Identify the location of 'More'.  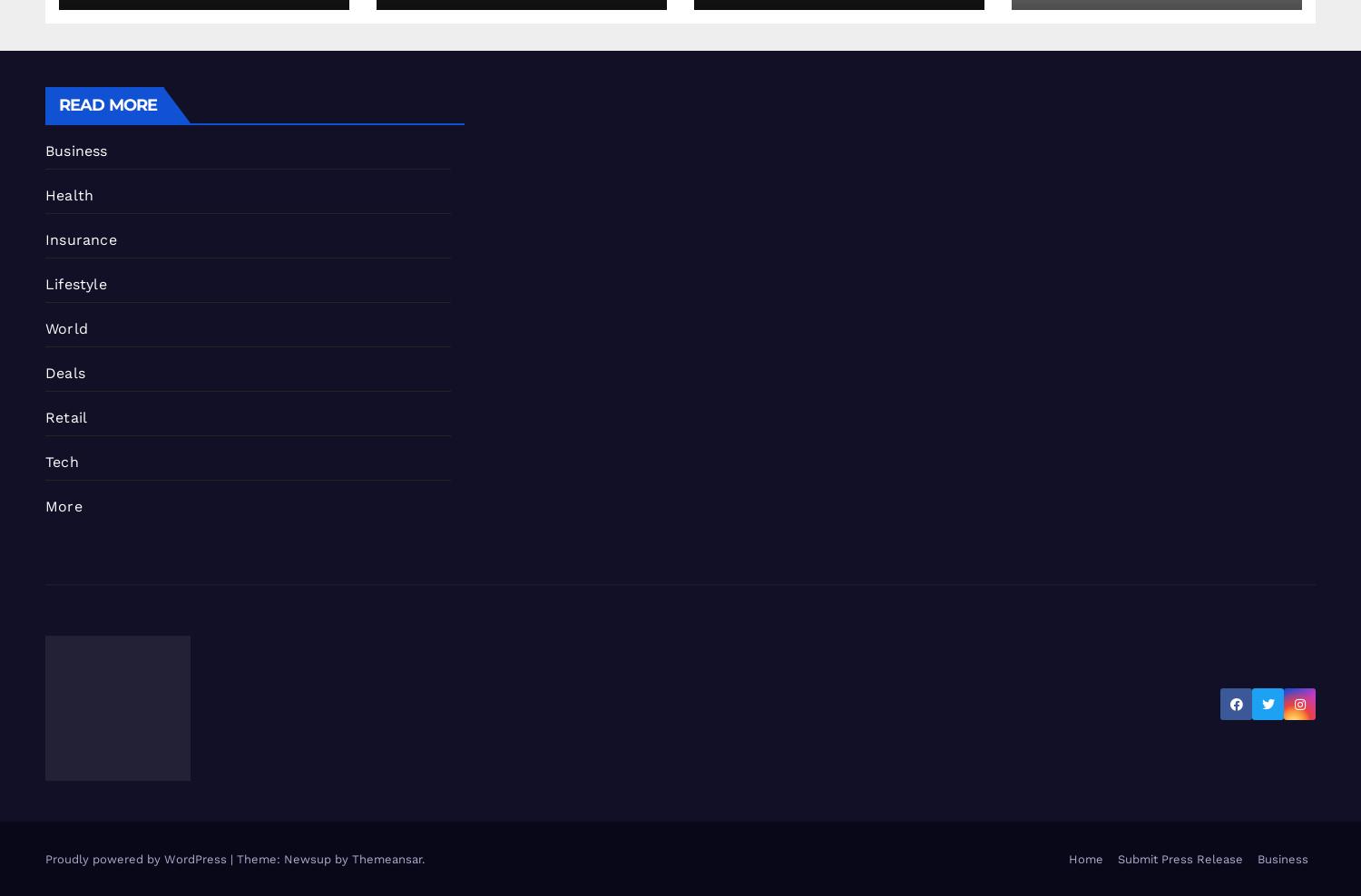
(63, 506).